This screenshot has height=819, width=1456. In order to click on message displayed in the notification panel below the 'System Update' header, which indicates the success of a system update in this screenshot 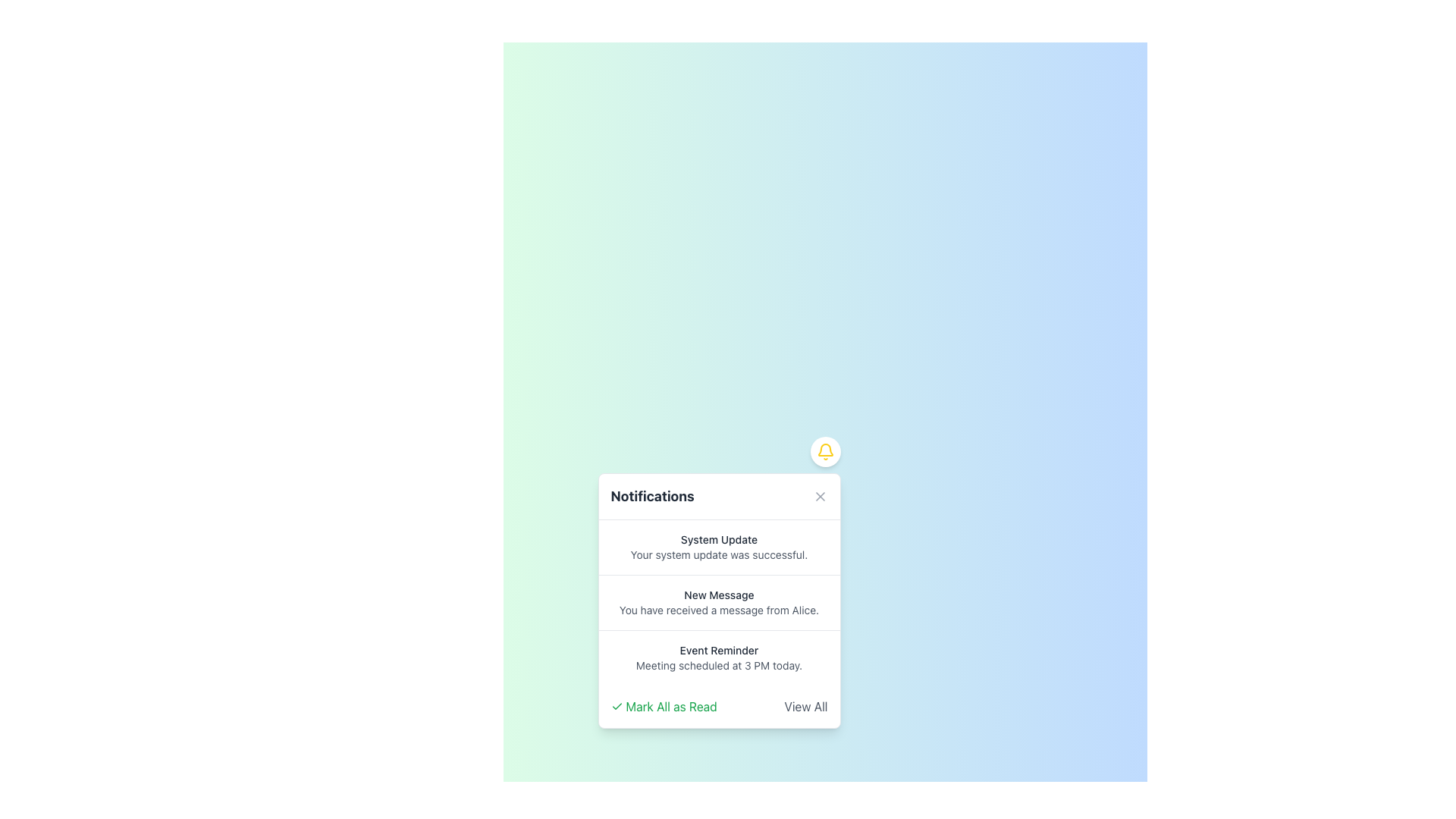, I will do `click(718, 555)`.